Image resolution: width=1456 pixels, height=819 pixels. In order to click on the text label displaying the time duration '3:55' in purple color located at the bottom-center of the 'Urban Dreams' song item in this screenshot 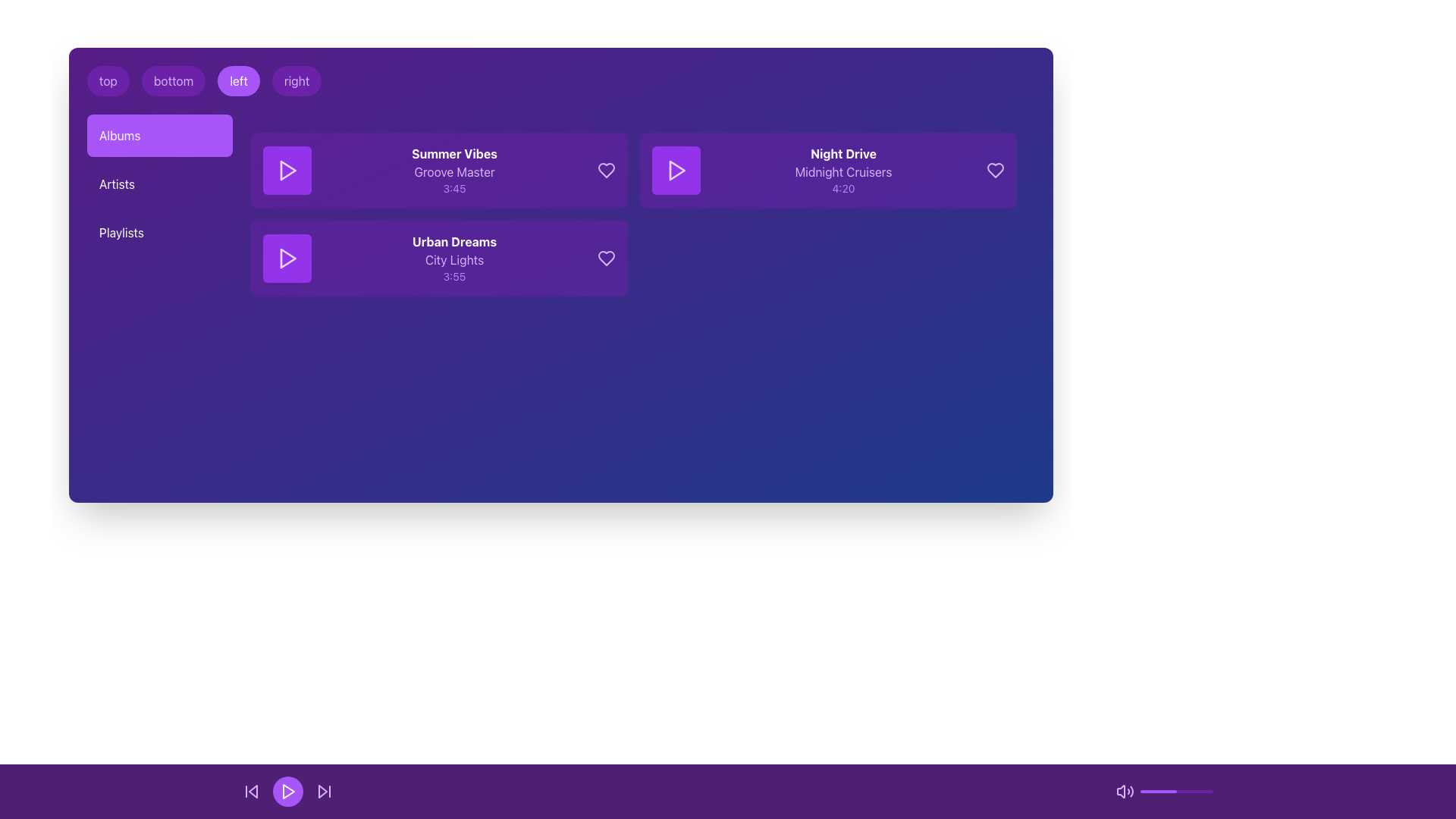, I will do `click(453, 277)`.